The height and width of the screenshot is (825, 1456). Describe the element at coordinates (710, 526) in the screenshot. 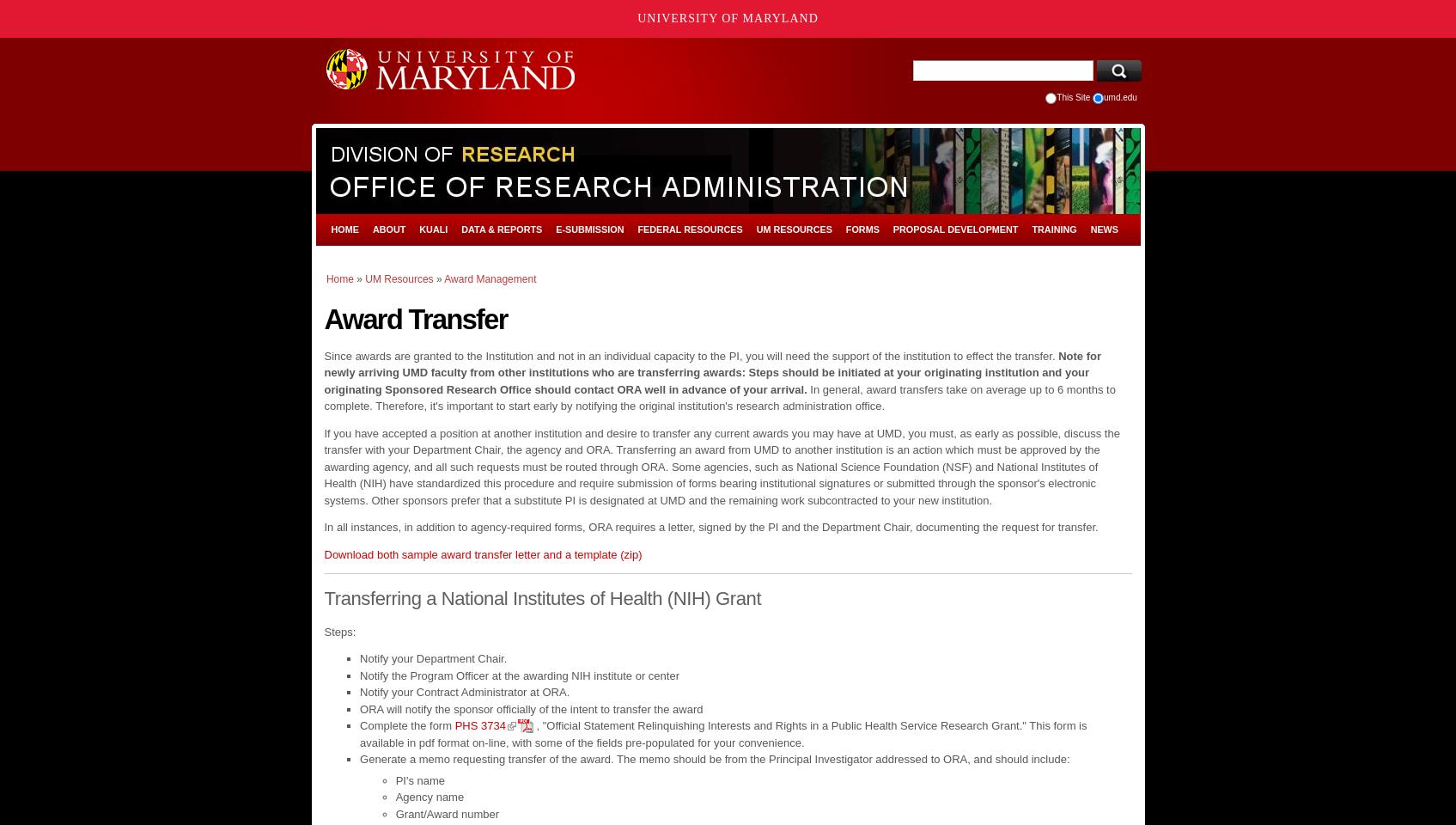

I see `'In all instances, in addition to agency-required forms, ORA requires a letter, signed by the PI and the Department Chair, documenting the request for transfer.'` at that location.